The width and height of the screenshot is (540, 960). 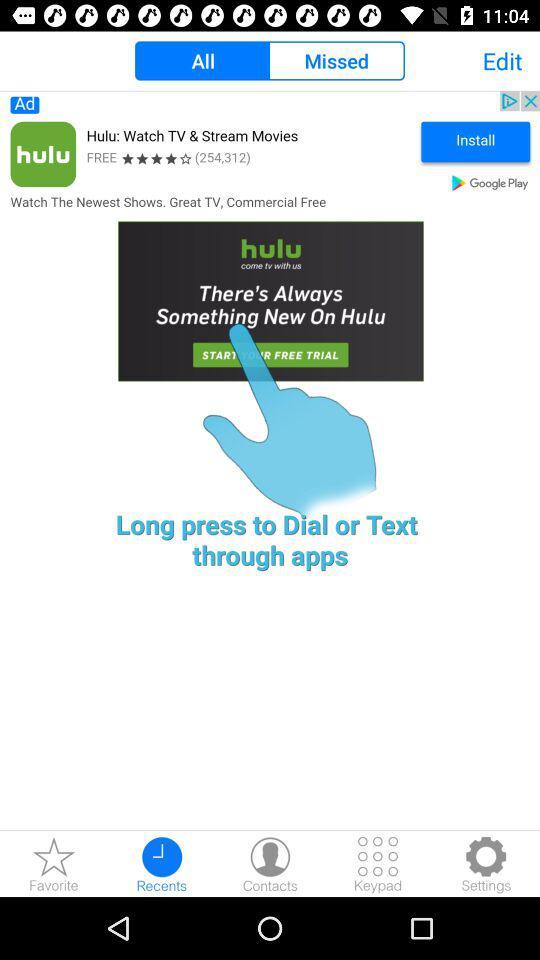 I want to click on start using hulu app, so click(x=270, y=254).